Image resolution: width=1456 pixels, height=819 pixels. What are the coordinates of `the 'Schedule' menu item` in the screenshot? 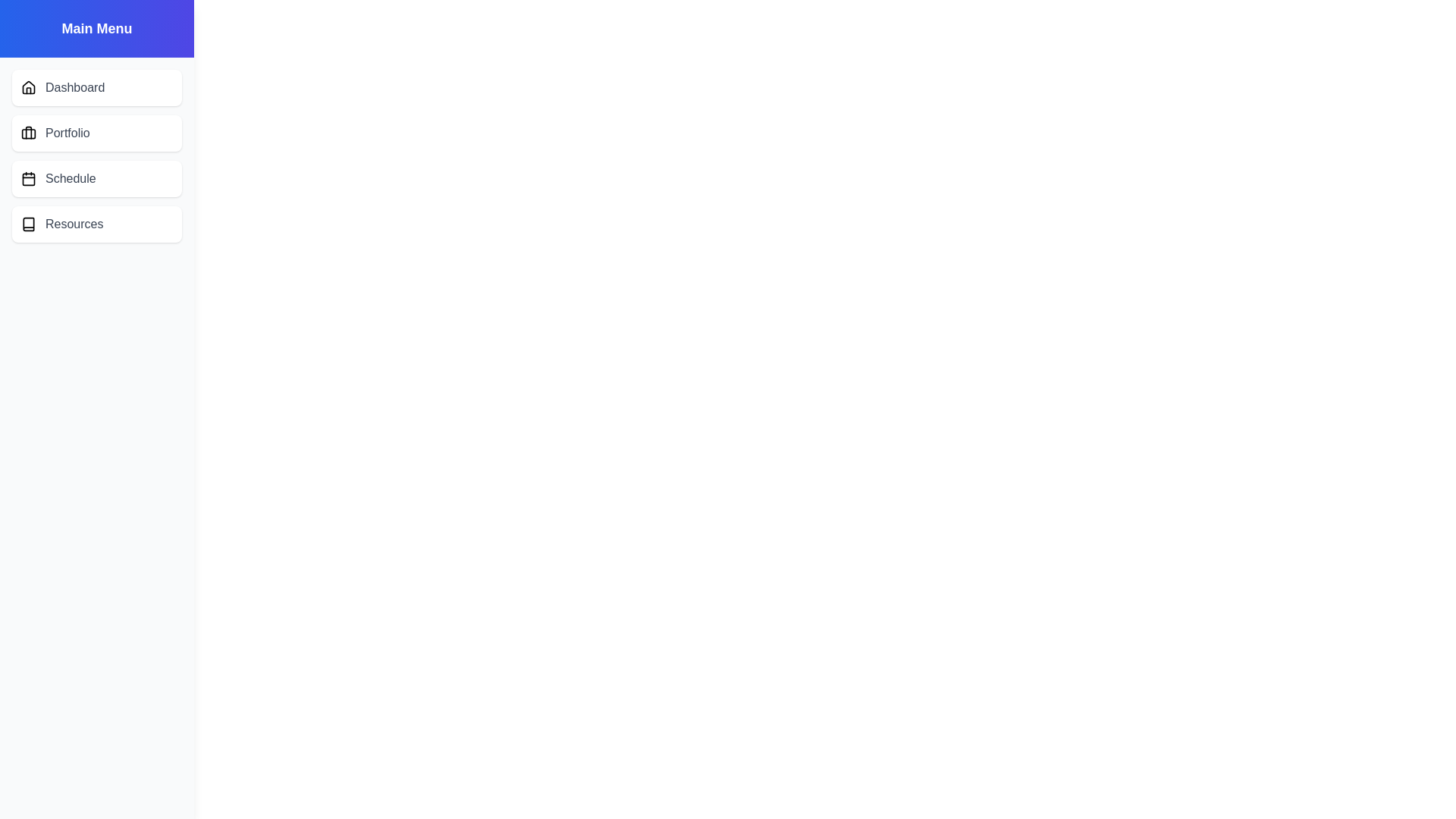 It's located at (96, 177).